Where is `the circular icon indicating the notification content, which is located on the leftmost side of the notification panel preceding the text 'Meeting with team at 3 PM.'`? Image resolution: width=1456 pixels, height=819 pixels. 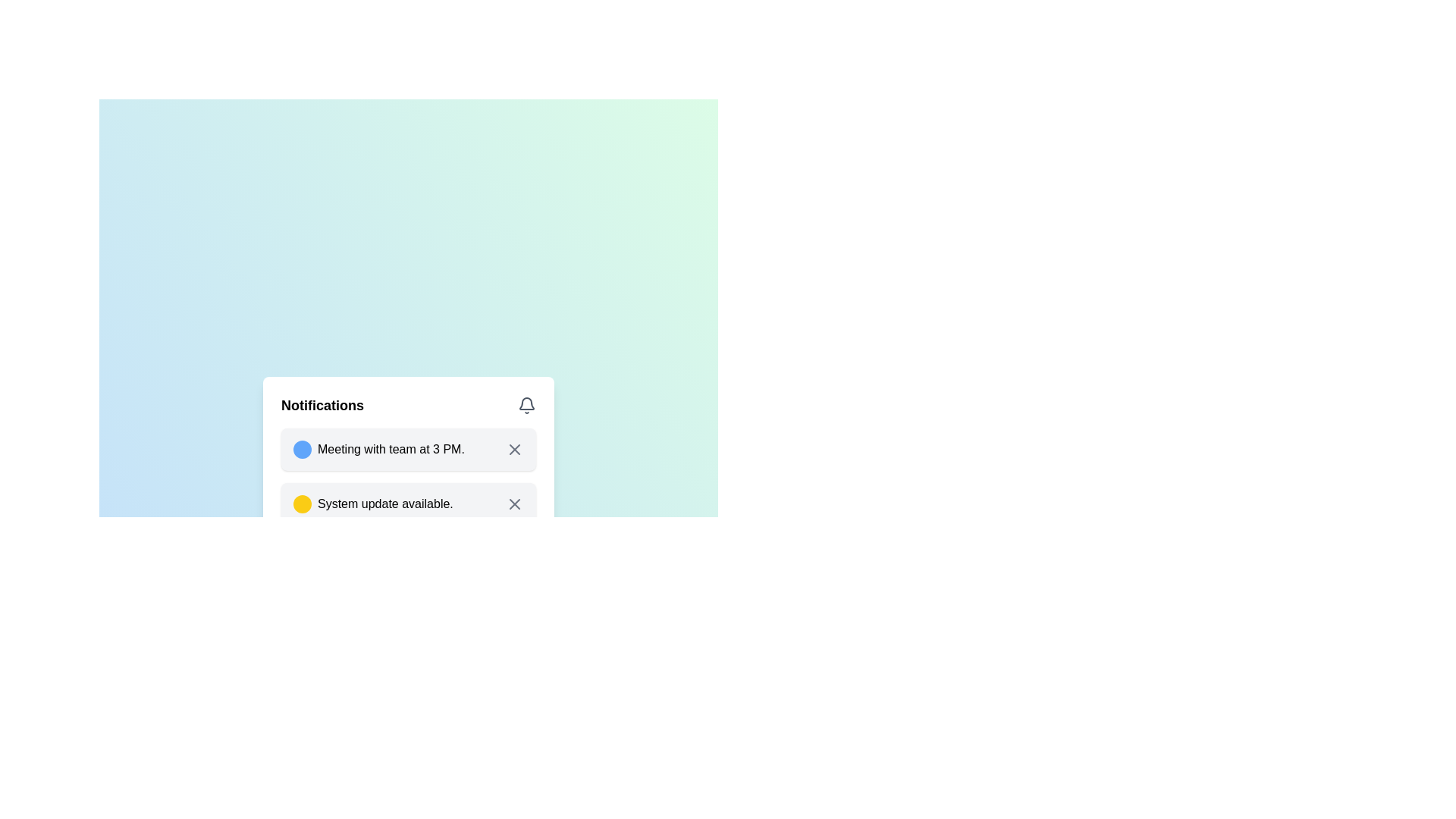
the circular icon indicating the notification content, which is located on the leftmost side of the notification panel preceding the text 'Meeting with team at 3 PM.' is located at coordinates (302, 449).